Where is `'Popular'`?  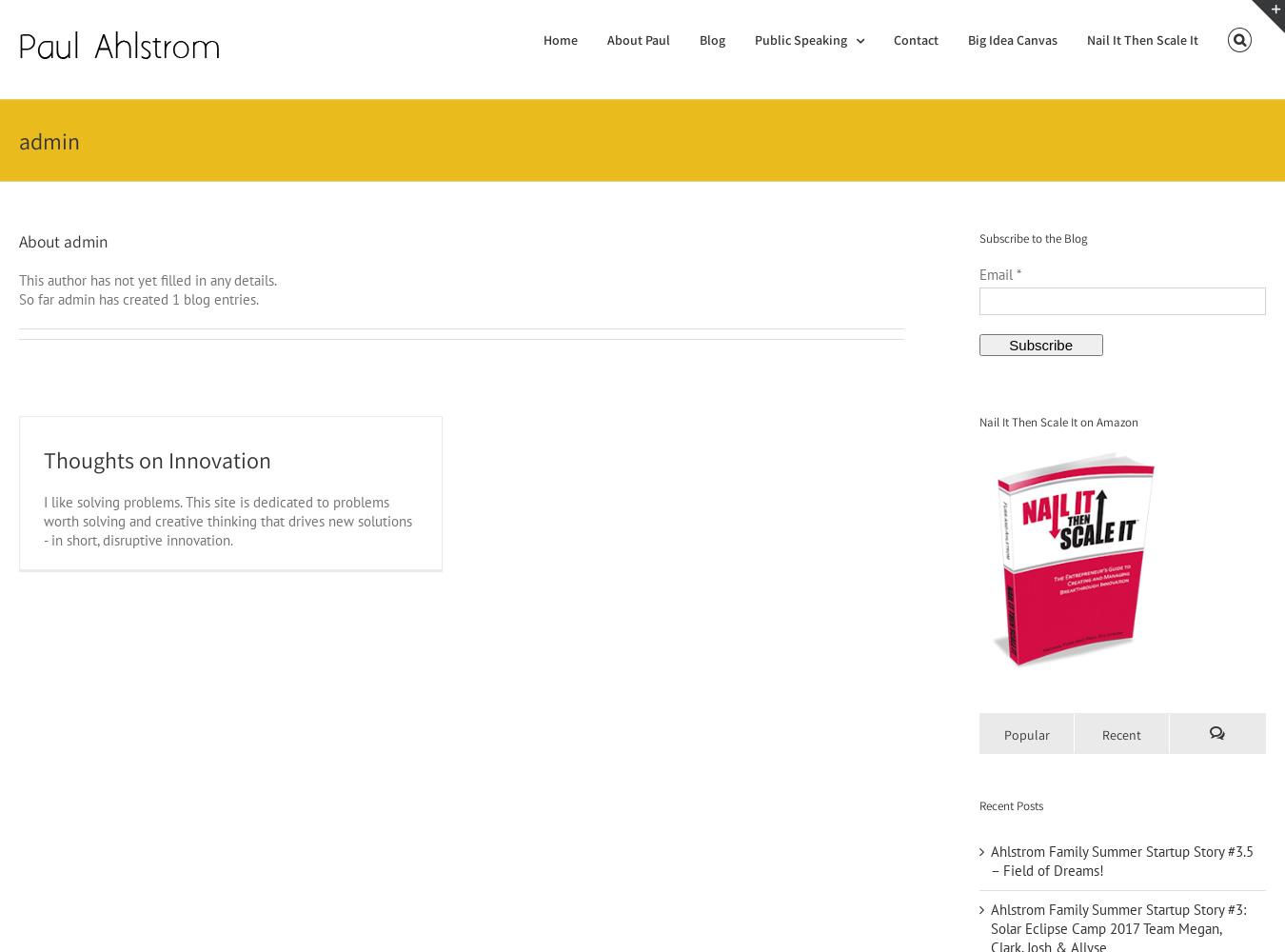
'Popular' is located at coordinates (1027, 734).